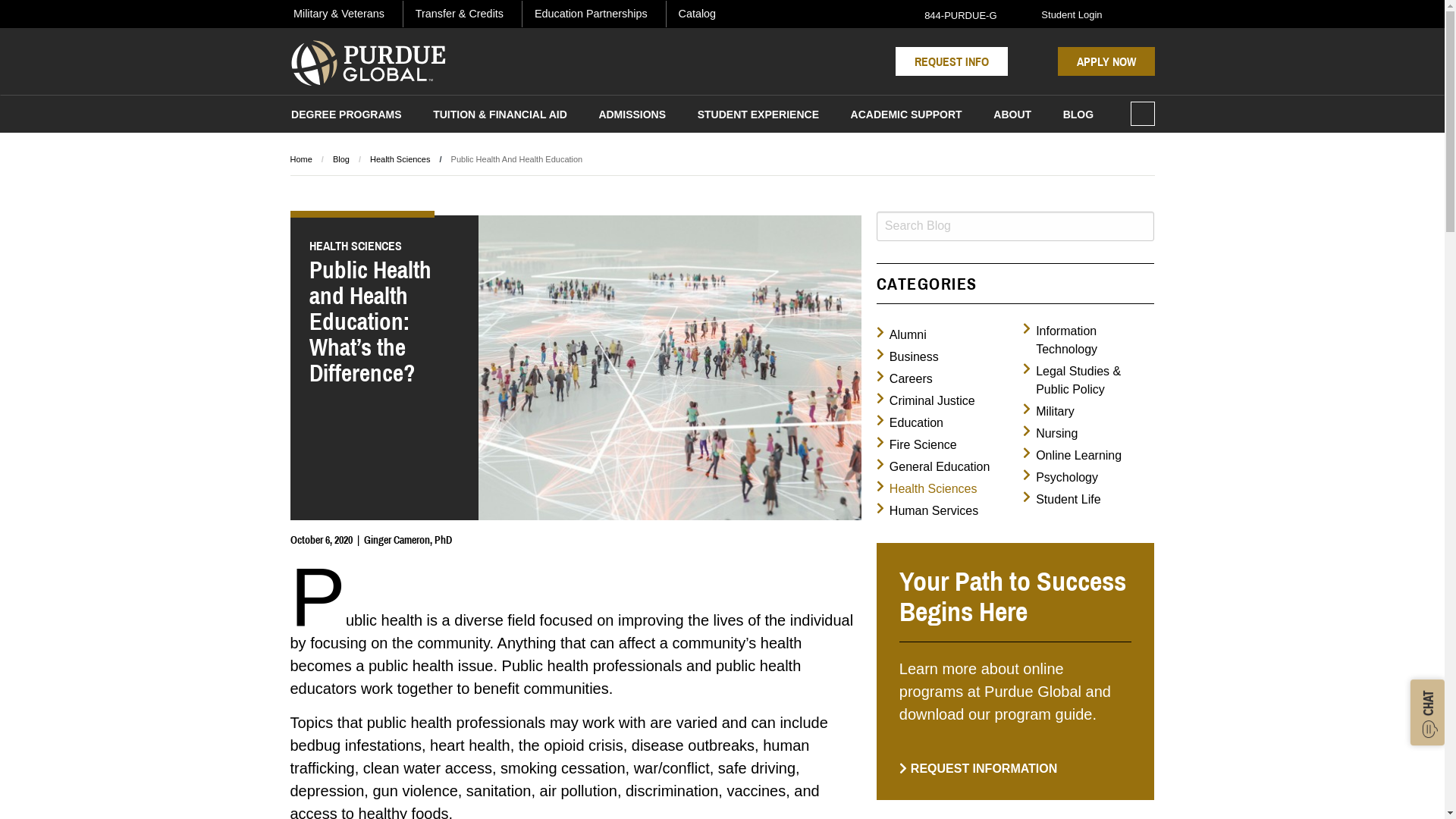 Image resolution: width=1456 pixels, height=819 pixels. What do you see at coordinates (1056, 61) in the screenshot?
I see `'APPLY NOW'` at bounding box center [1056, 61].